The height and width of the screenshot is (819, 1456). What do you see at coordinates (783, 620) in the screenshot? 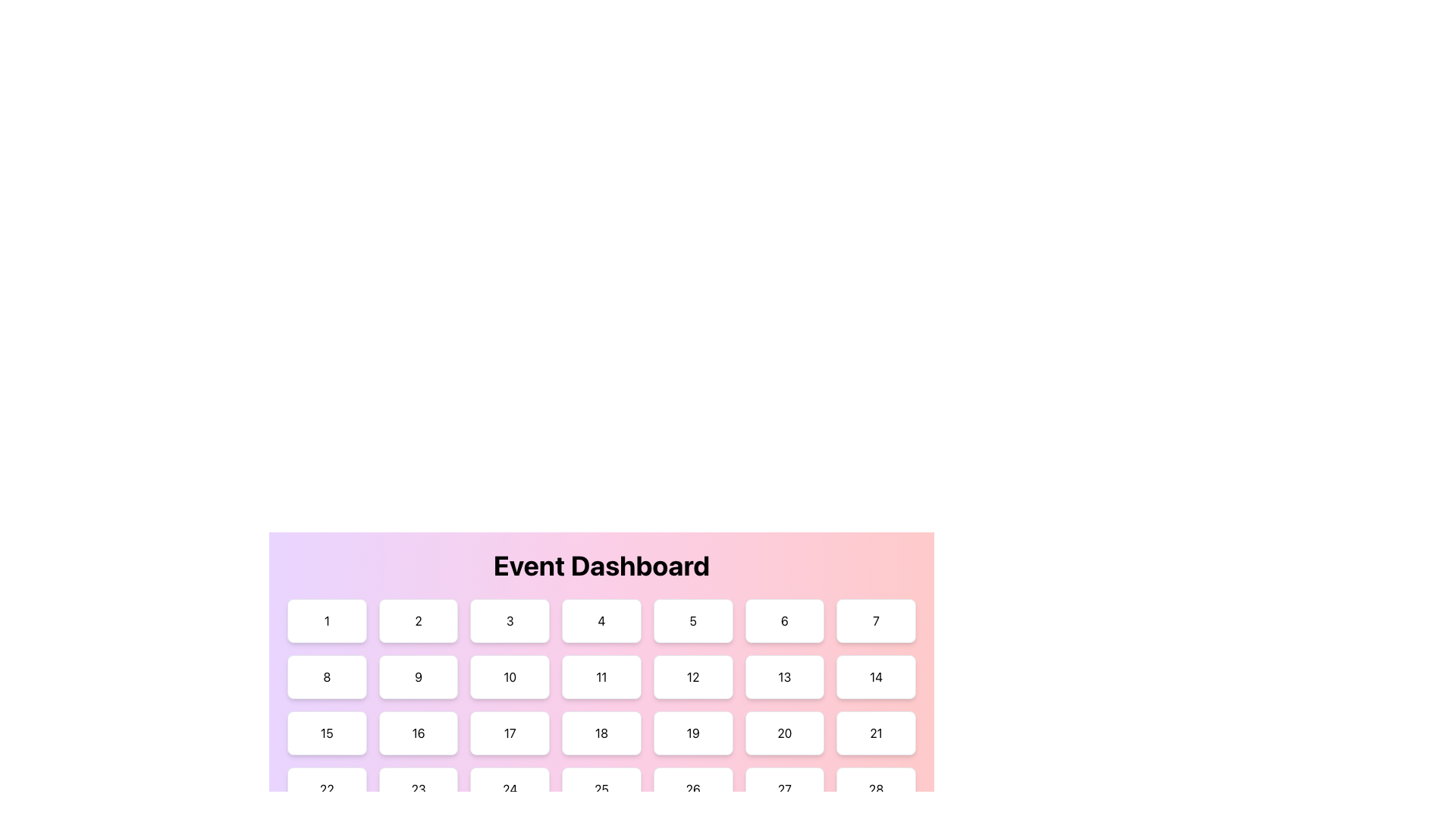
I see `the button corresponding to the number '6' located in the first row and sixth column of the grid layout` at bounding box center [783, 620].